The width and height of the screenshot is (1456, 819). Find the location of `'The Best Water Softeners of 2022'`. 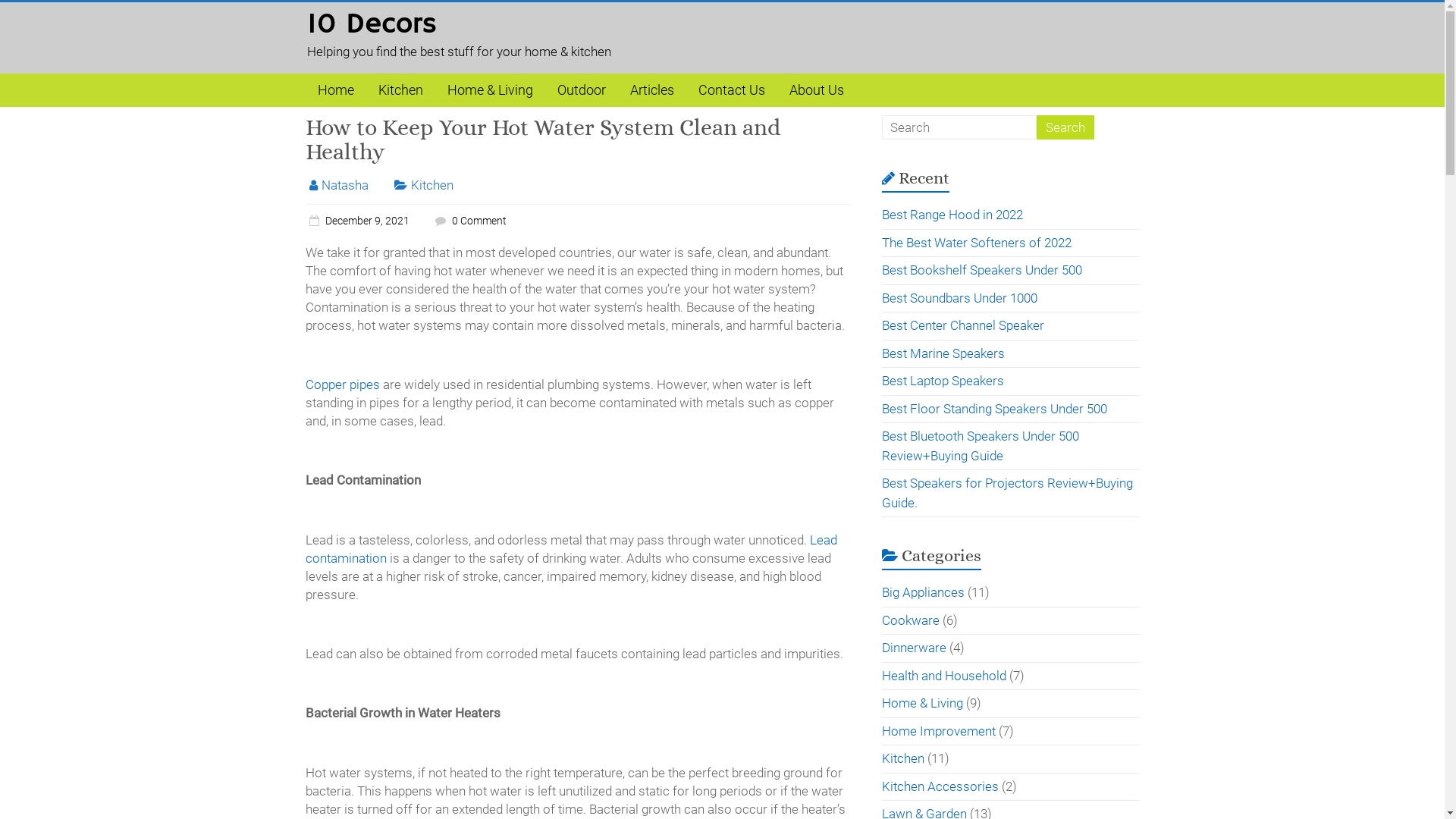

'The Best Water Softeners of 2022' is located at coordinates (976, 242).